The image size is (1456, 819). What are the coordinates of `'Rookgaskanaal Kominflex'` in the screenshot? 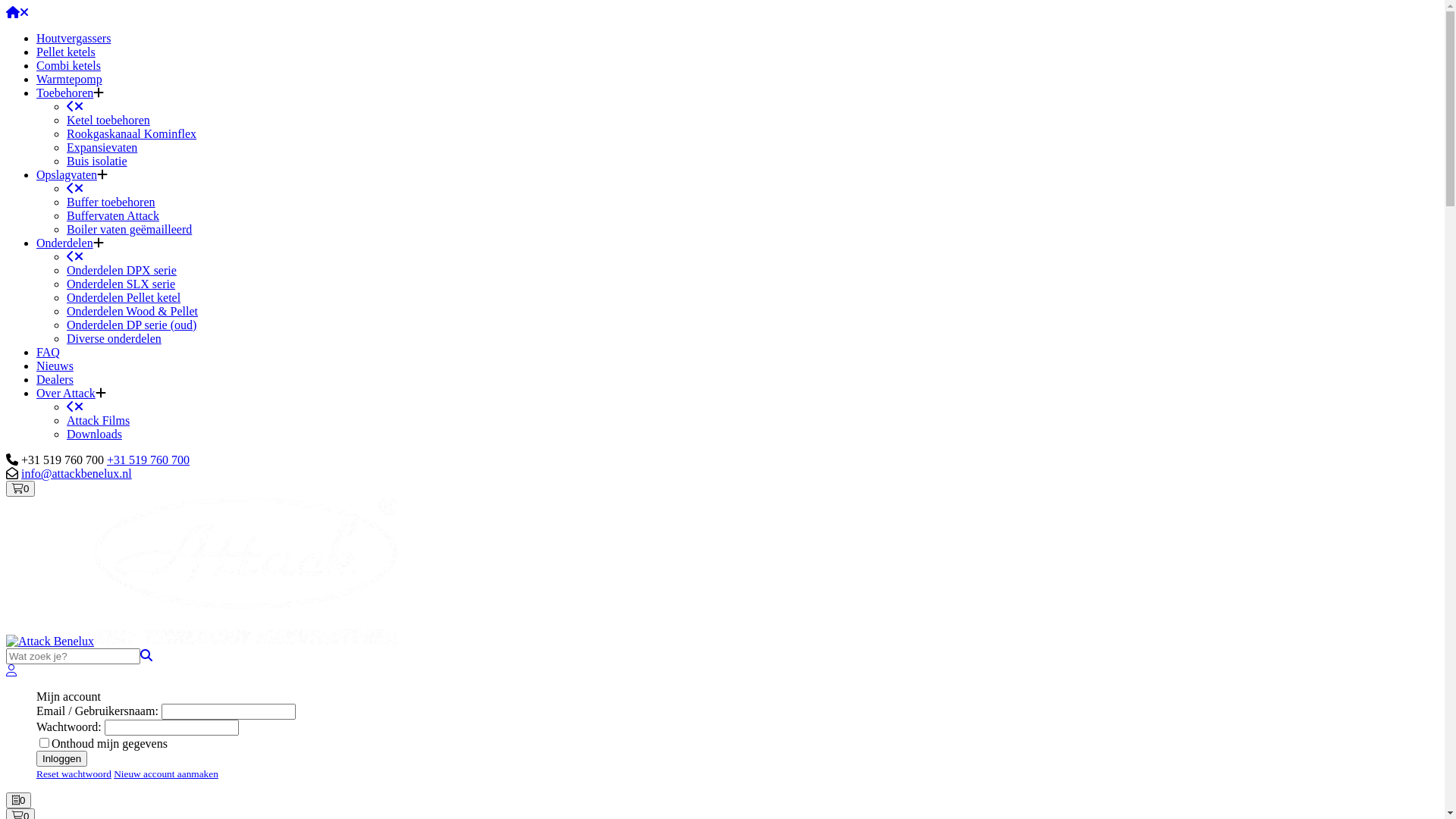 It's located at (131, 133).